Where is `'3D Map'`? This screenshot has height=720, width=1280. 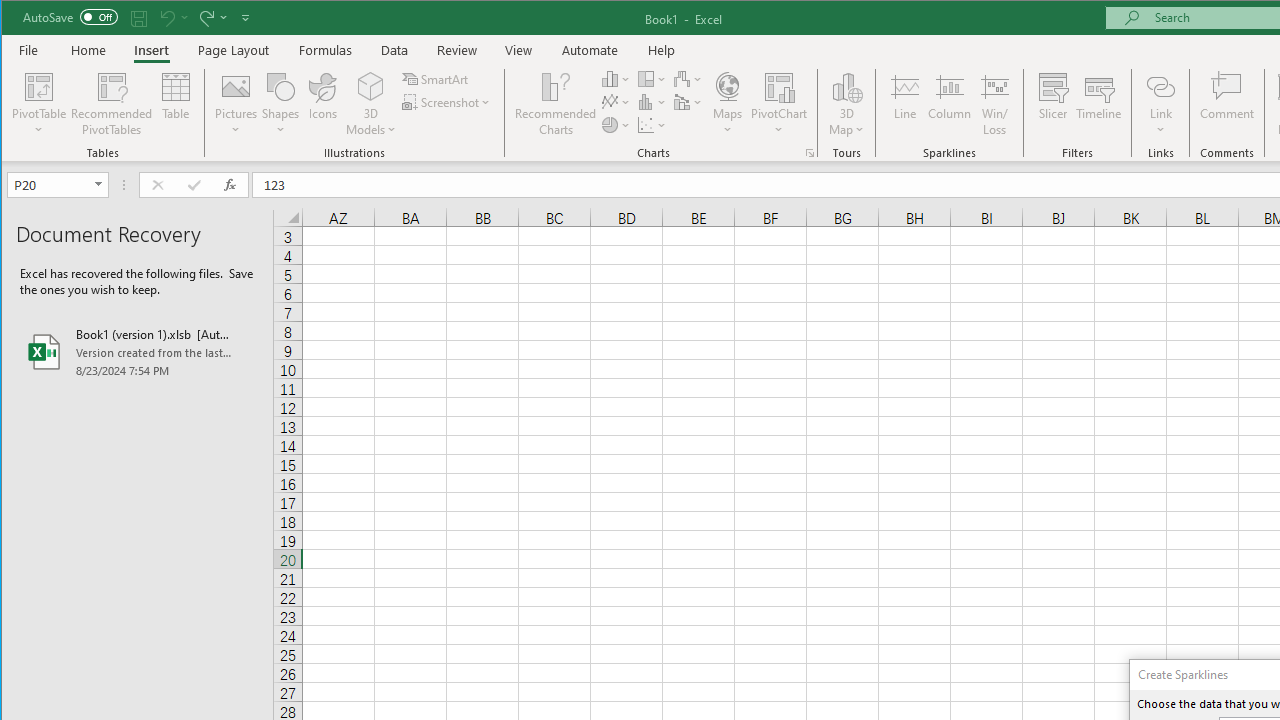 '3D Map' is located at coordinates (846, 104).